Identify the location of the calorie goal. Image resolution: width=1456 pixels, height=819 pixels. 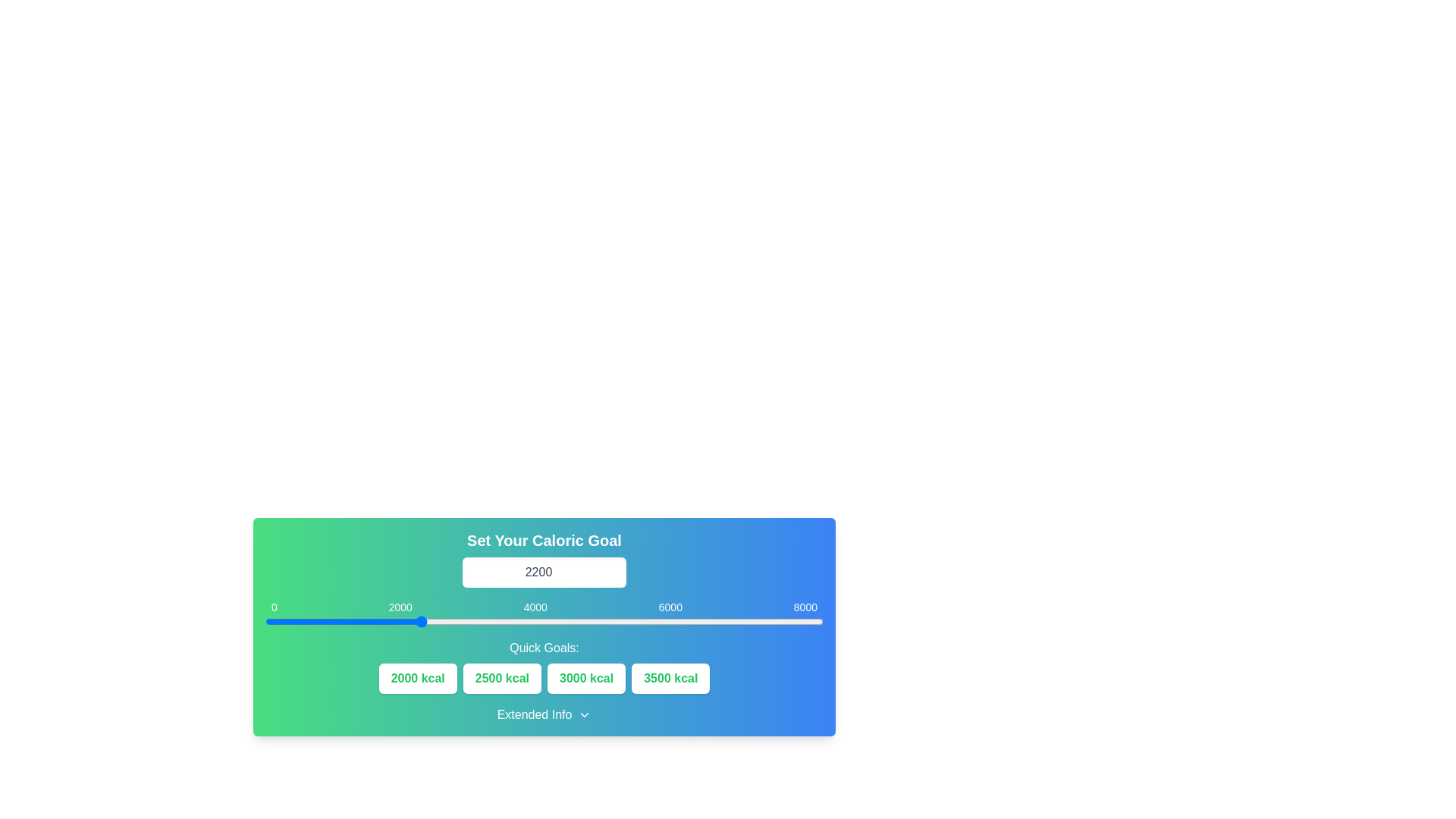
(662, 622).